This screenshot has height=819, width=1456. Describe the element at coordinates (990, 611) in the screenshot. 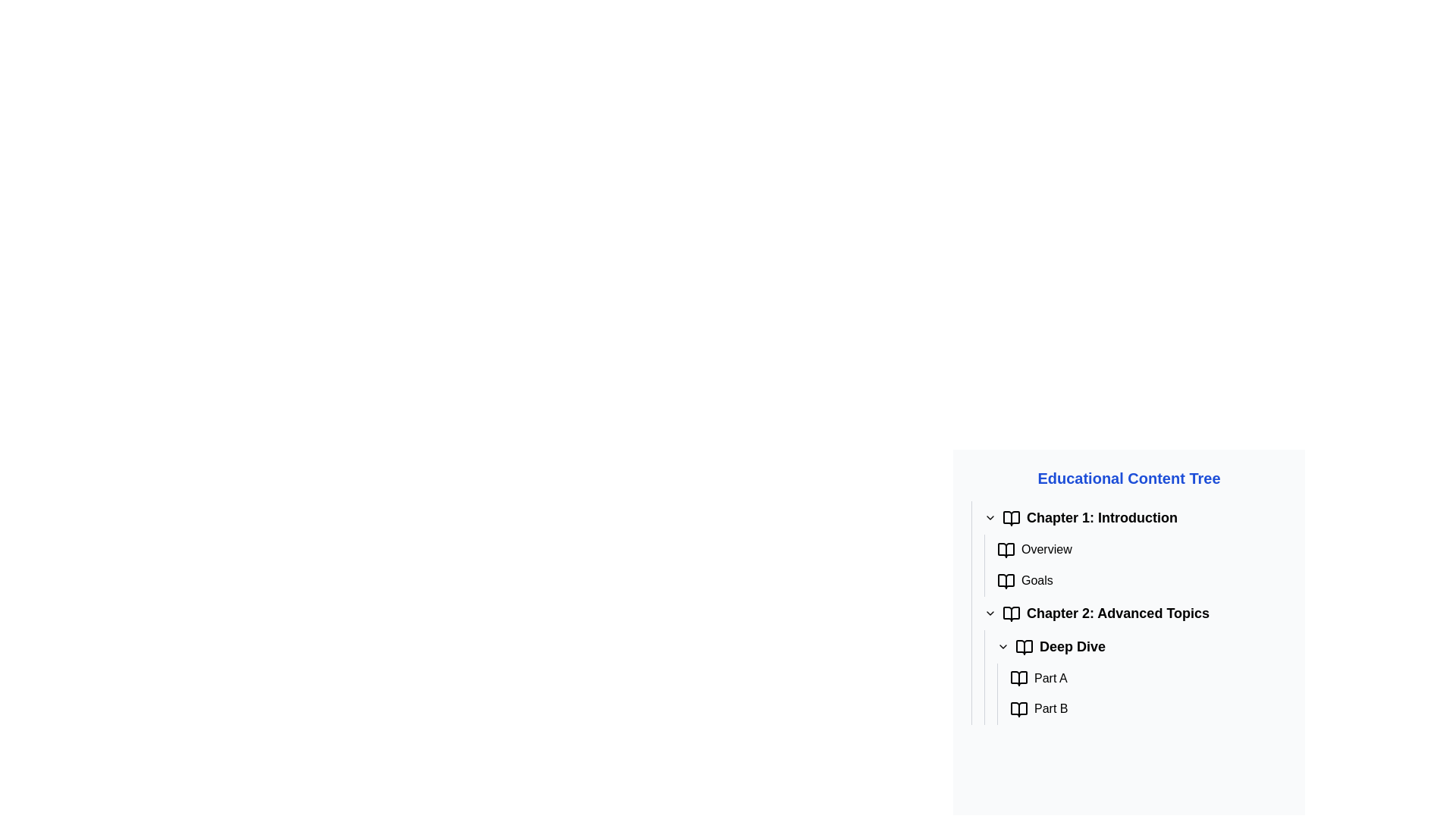

I see `the small downward-pointing chevron icon of the Dropdown toggle button located to the left of the 'Chapter 2: Advanced Topics' menu item` at that location.